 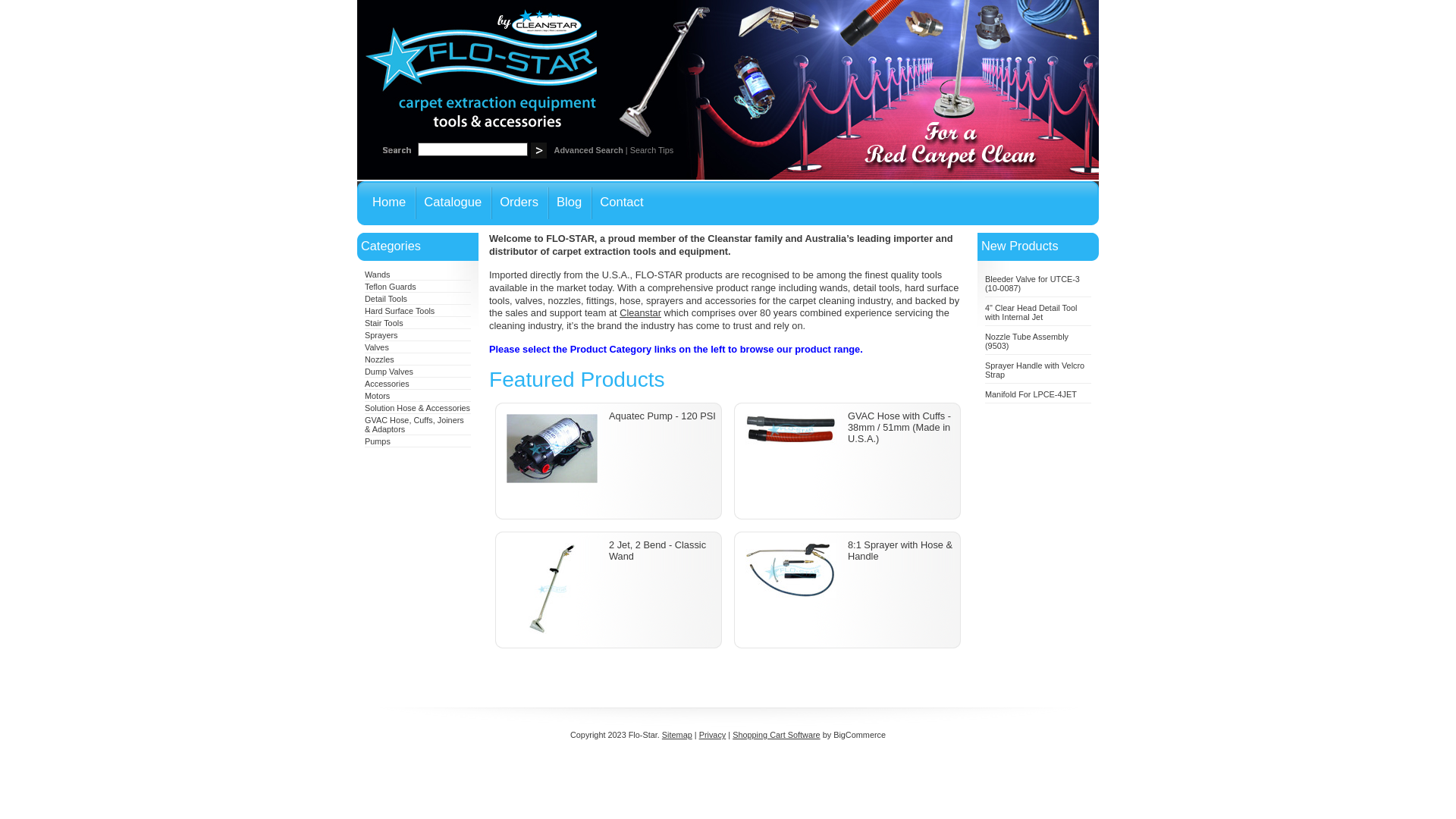 What do you see at coordinates (776, 733) in the screenshot?
I see `'Shopping Cart Software'` at bounding box center [776, 733].